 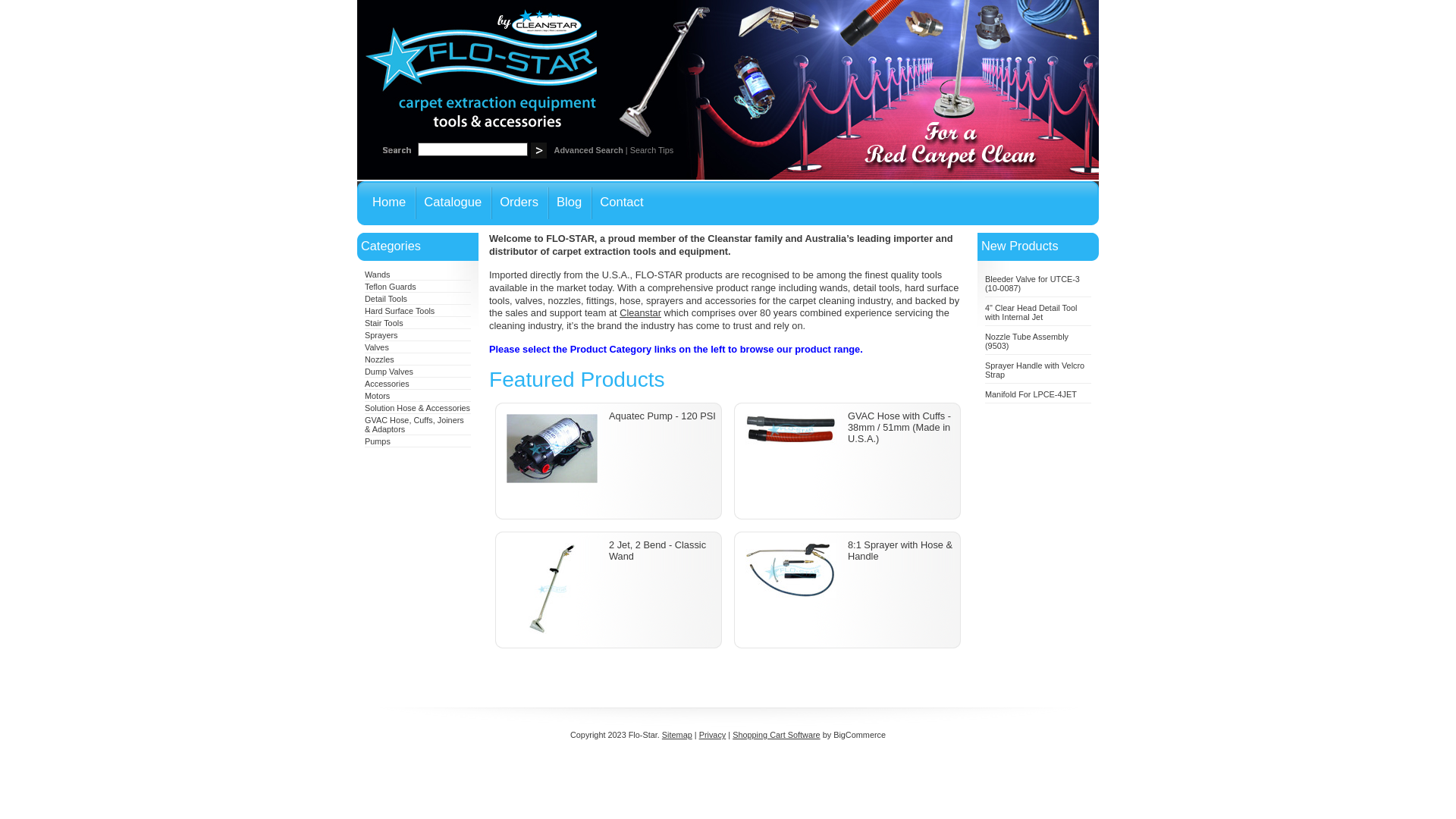 What do you see at coordinates (776, 733) in the screenshot?
I see `'Shopping Cart Software'` at bounding box center [776, 733].